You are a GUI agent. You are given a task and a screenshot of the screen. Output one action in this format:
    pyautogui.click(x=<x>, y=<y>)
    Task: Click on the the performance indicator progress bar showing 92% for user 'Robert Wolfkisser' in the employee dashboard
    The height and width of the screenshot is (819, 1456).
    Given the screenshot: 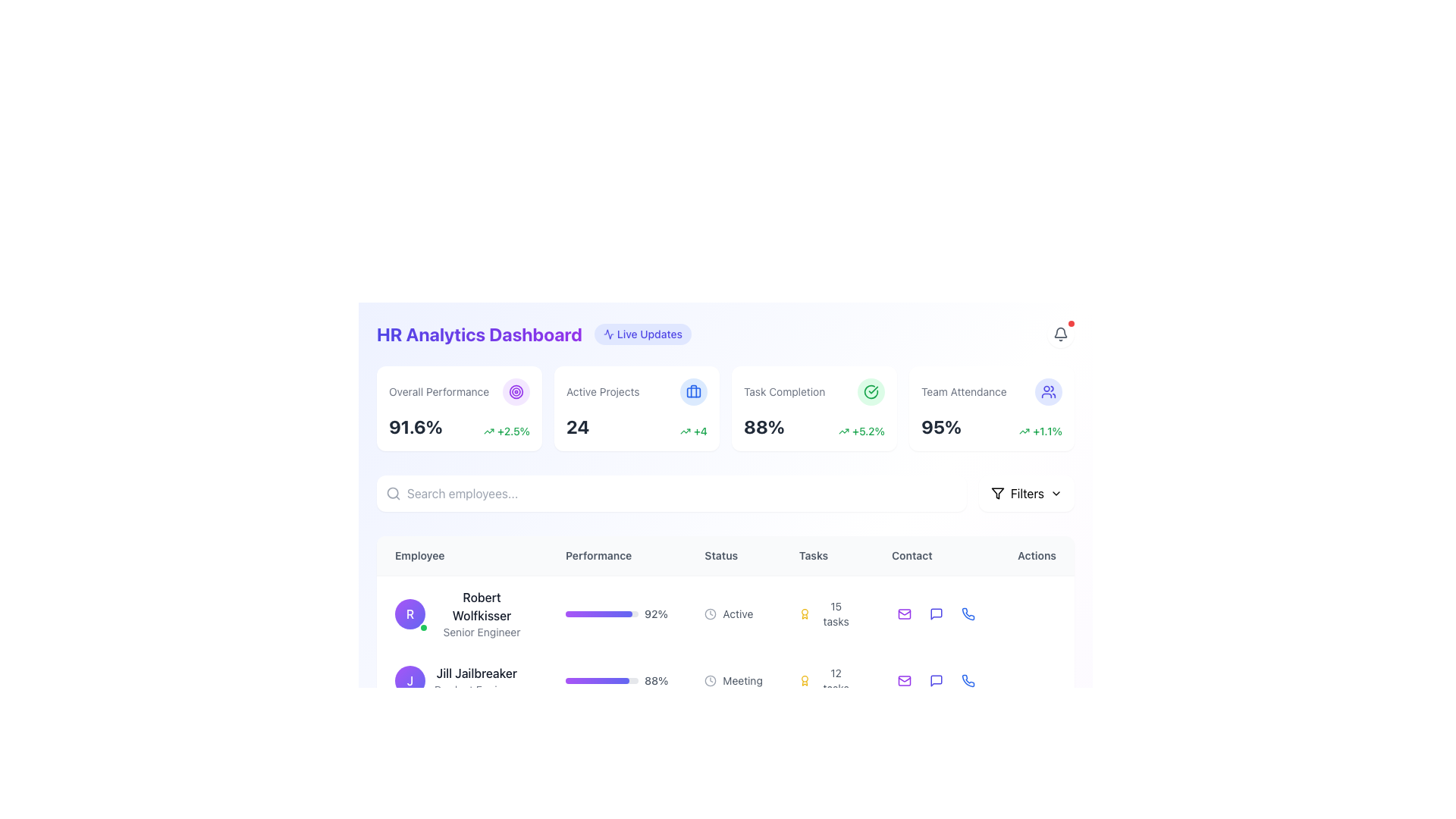 What is the action you would take?
    pyautogui.click(x=617, y=613)
    